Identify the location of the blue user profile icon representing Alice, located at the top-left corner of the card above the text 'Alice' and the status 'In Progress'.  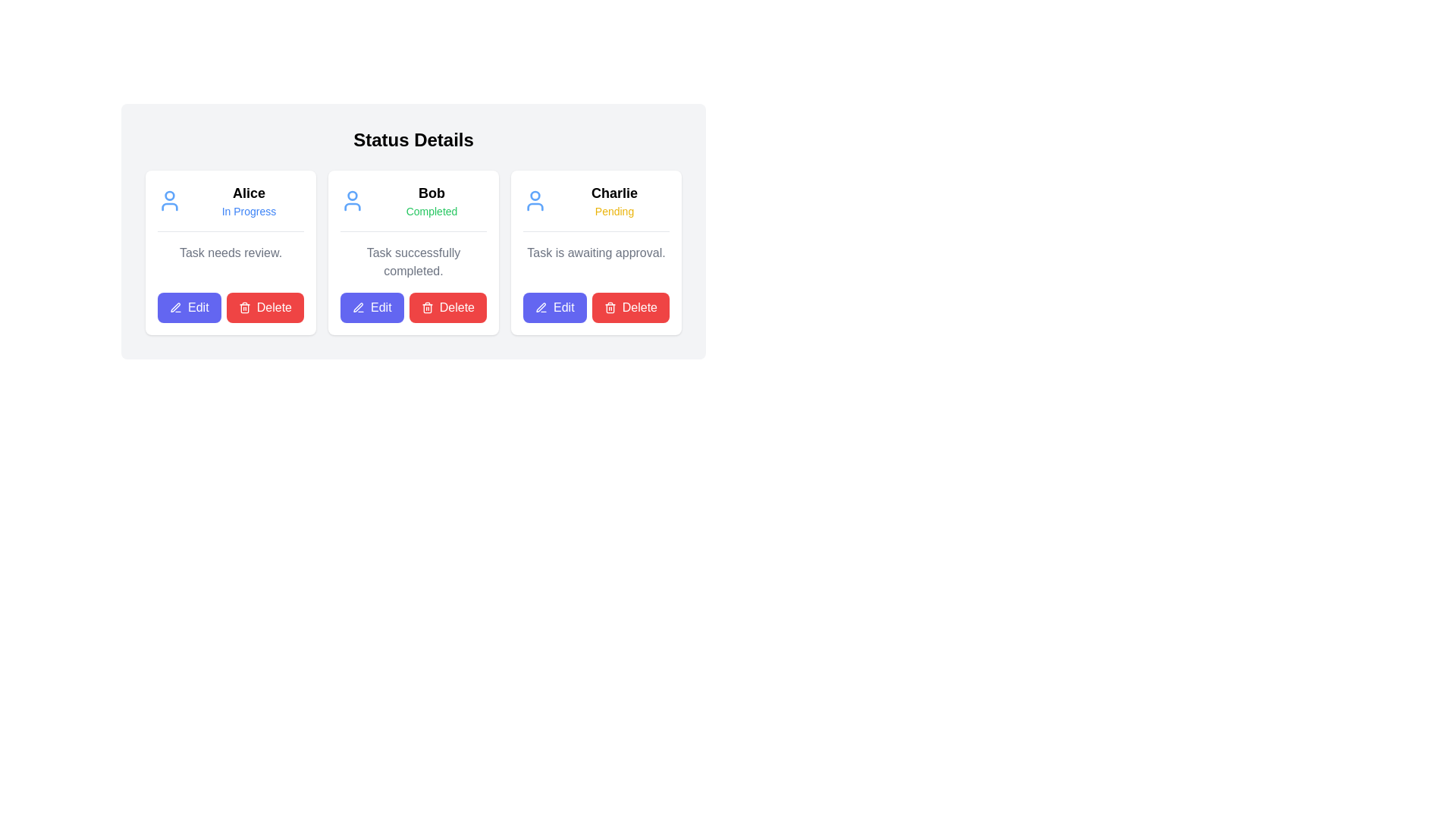
(170, 200).